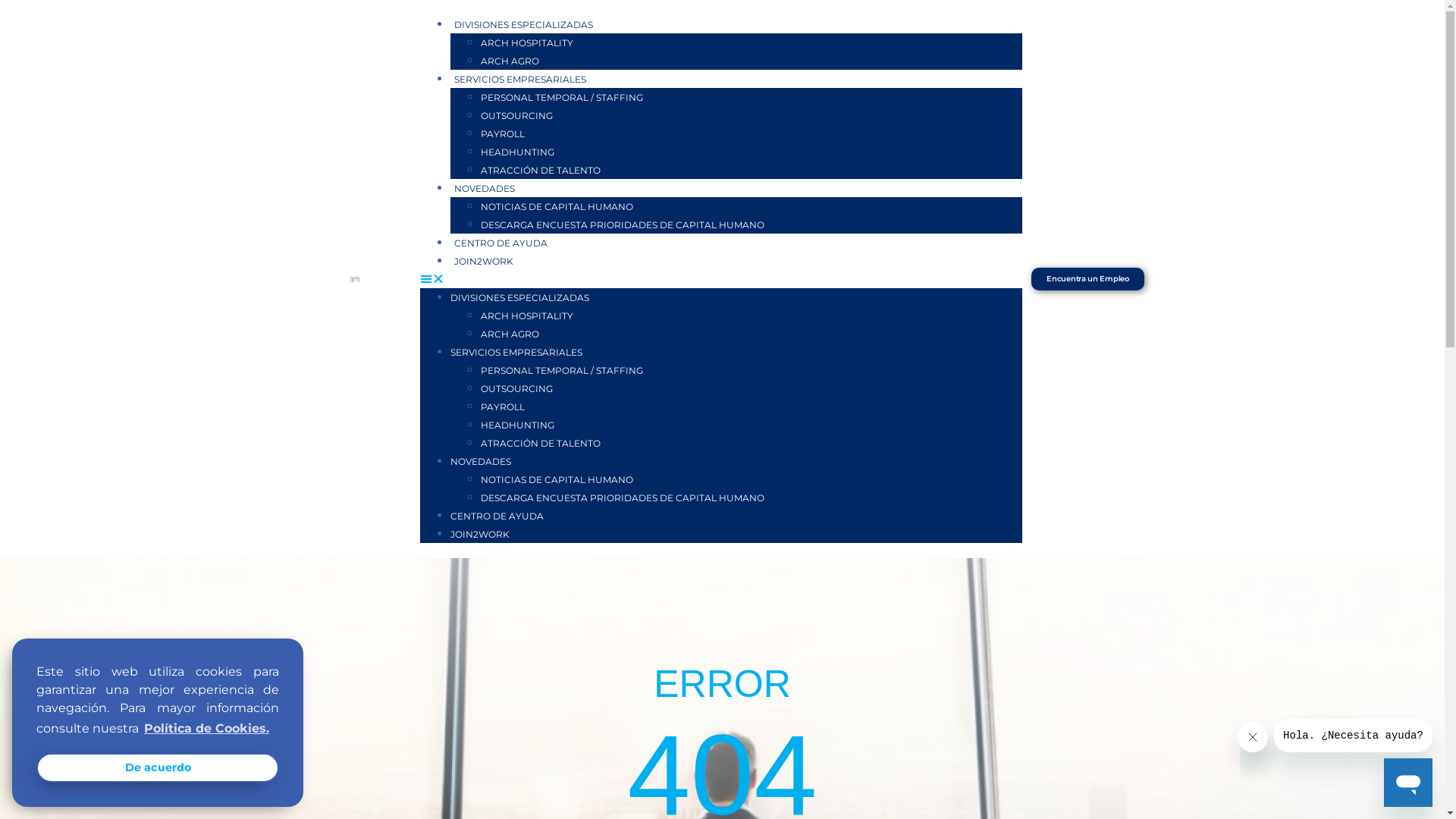 This screenshot has height=819, width=1456. Describe the element at coordinates (516, 388) in the screenshot. I see `'OUTSOURCING'` at that location.